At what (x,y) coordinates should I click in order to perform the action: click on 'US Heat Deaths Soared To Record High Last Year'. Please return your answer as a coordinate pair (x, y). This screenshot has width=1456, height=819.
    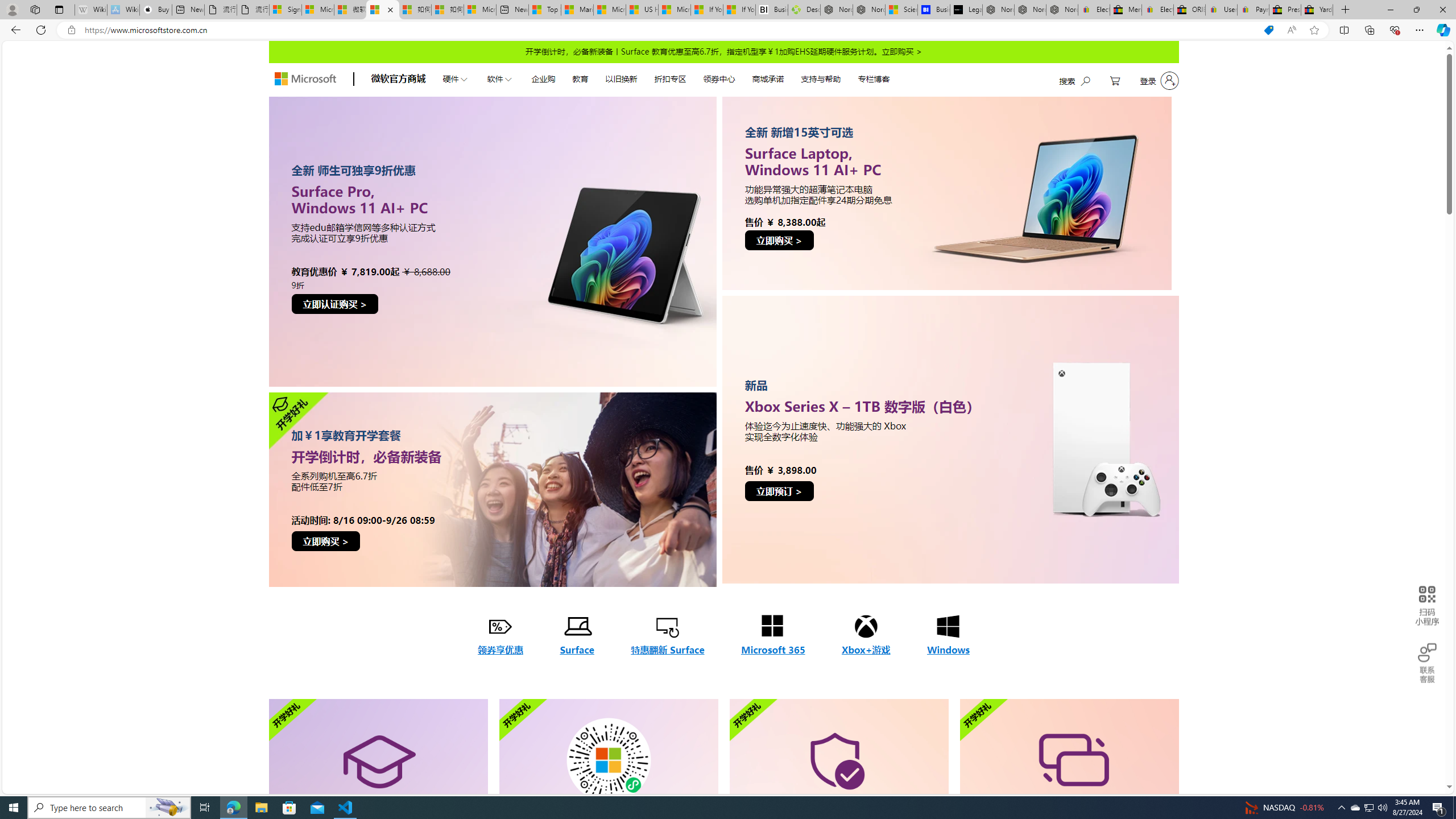
    Looking at the image, I should click on (642, 9).